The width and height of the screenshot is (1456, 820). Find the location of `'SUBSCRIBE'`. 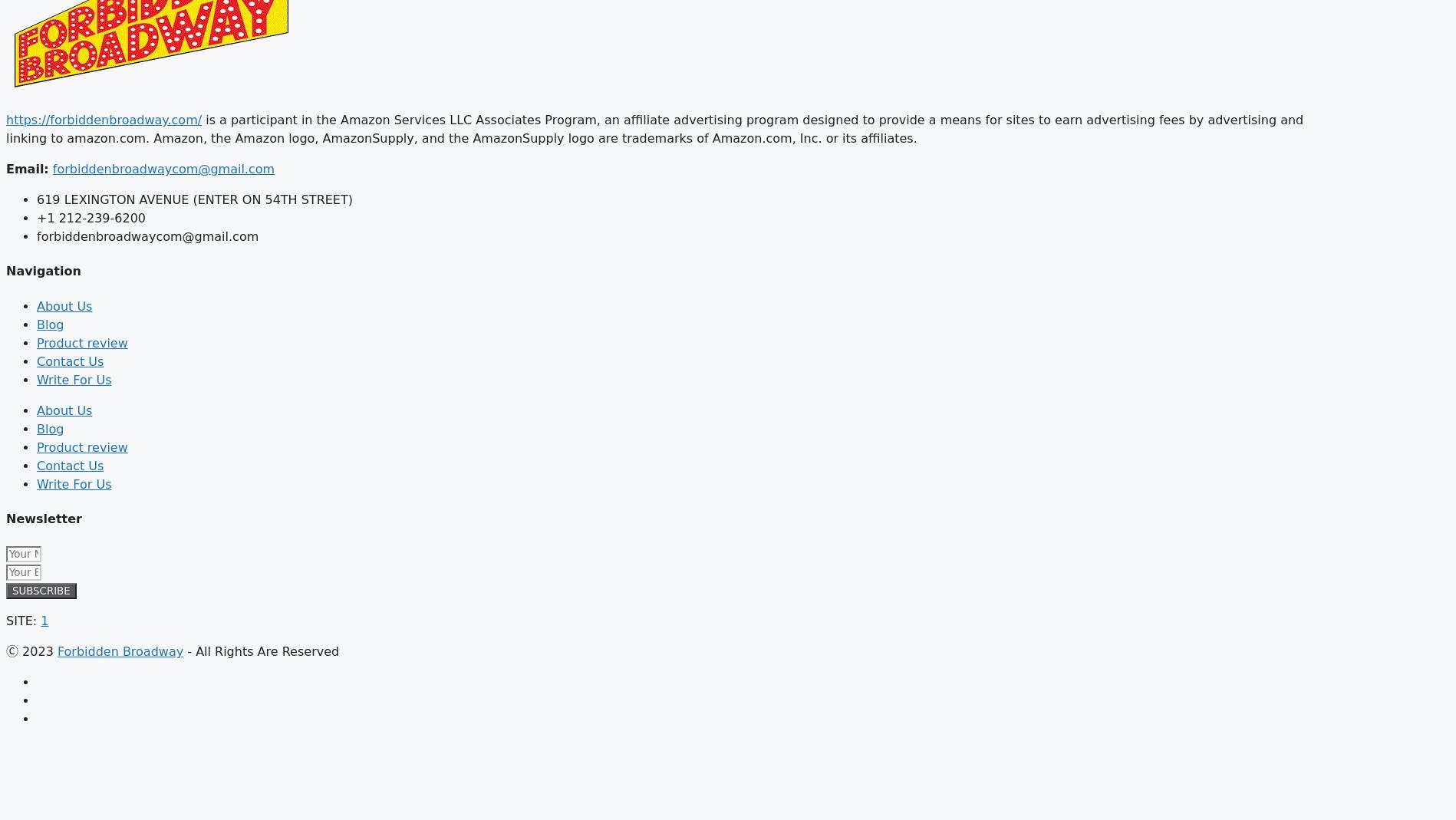

'SUBSCRIBE' is located at coordinates (41, 591).